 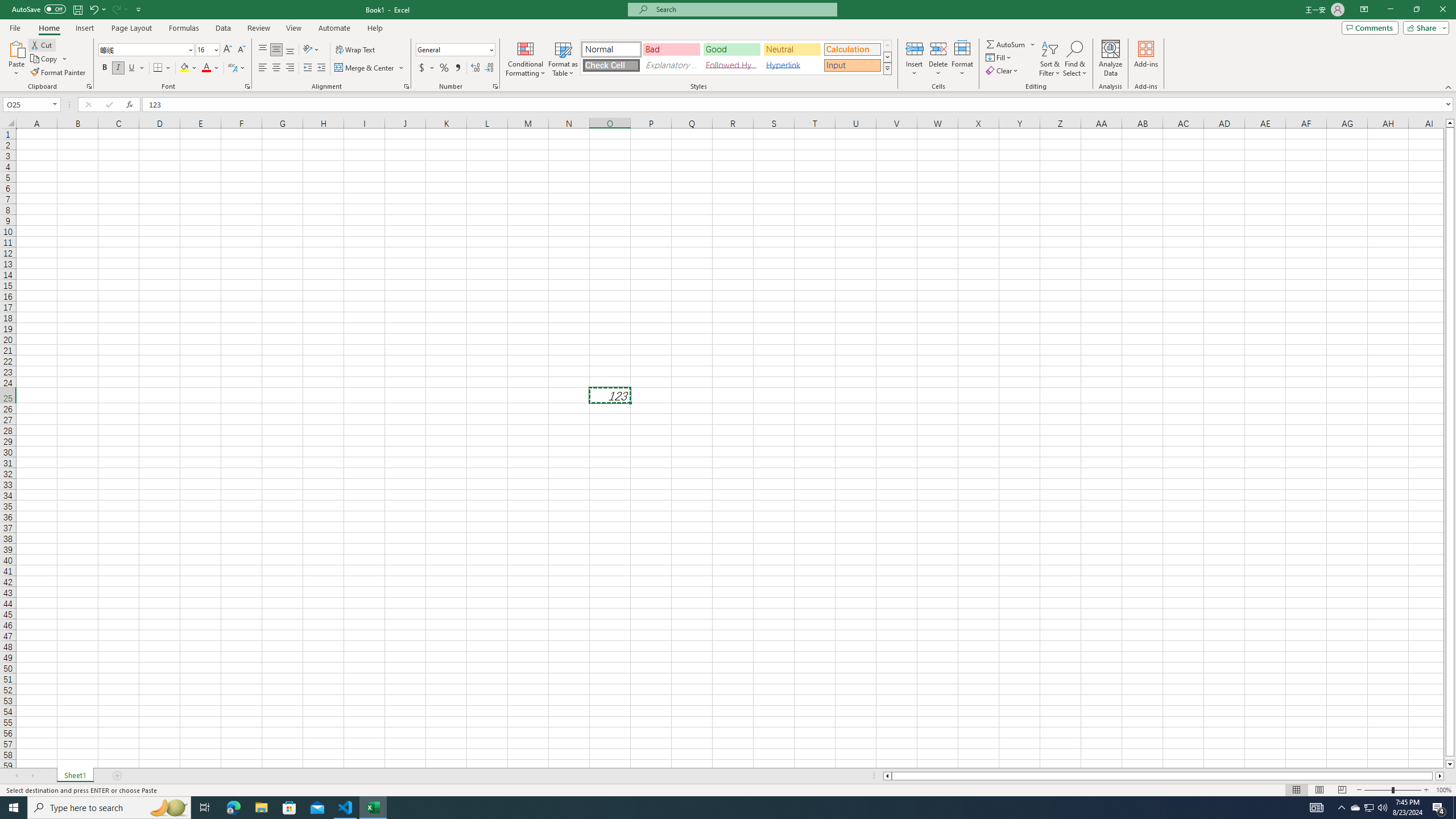 I want to click on 'Align Right', so click(x=289, y=67).